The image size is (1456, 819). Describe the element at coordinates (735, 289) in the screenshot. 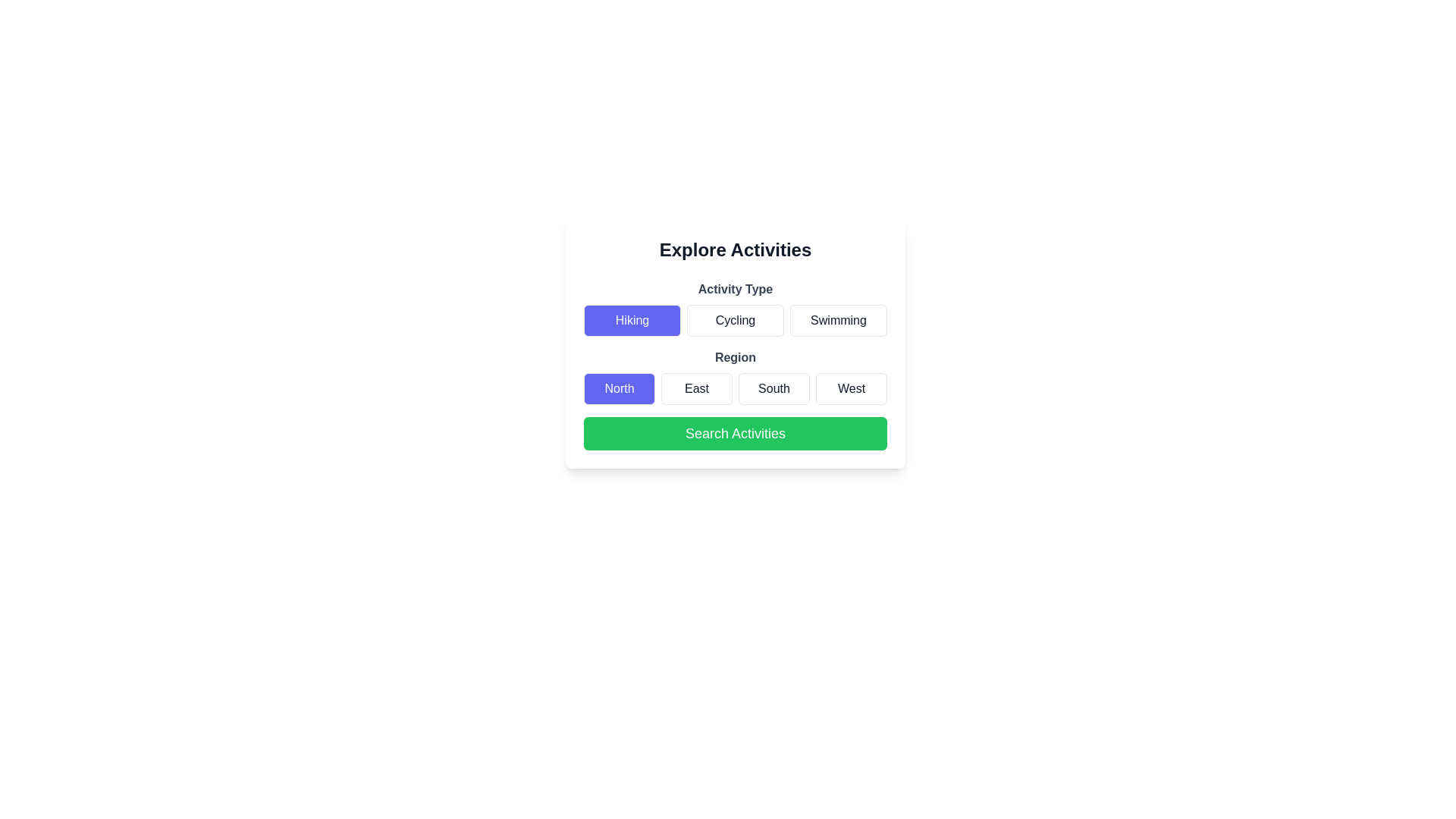

I see `the text label reading 'Activity Type', which is a semi-bold gray font positioned above the activity selection options (Hiking, Cycling, Swimming)` at that location.